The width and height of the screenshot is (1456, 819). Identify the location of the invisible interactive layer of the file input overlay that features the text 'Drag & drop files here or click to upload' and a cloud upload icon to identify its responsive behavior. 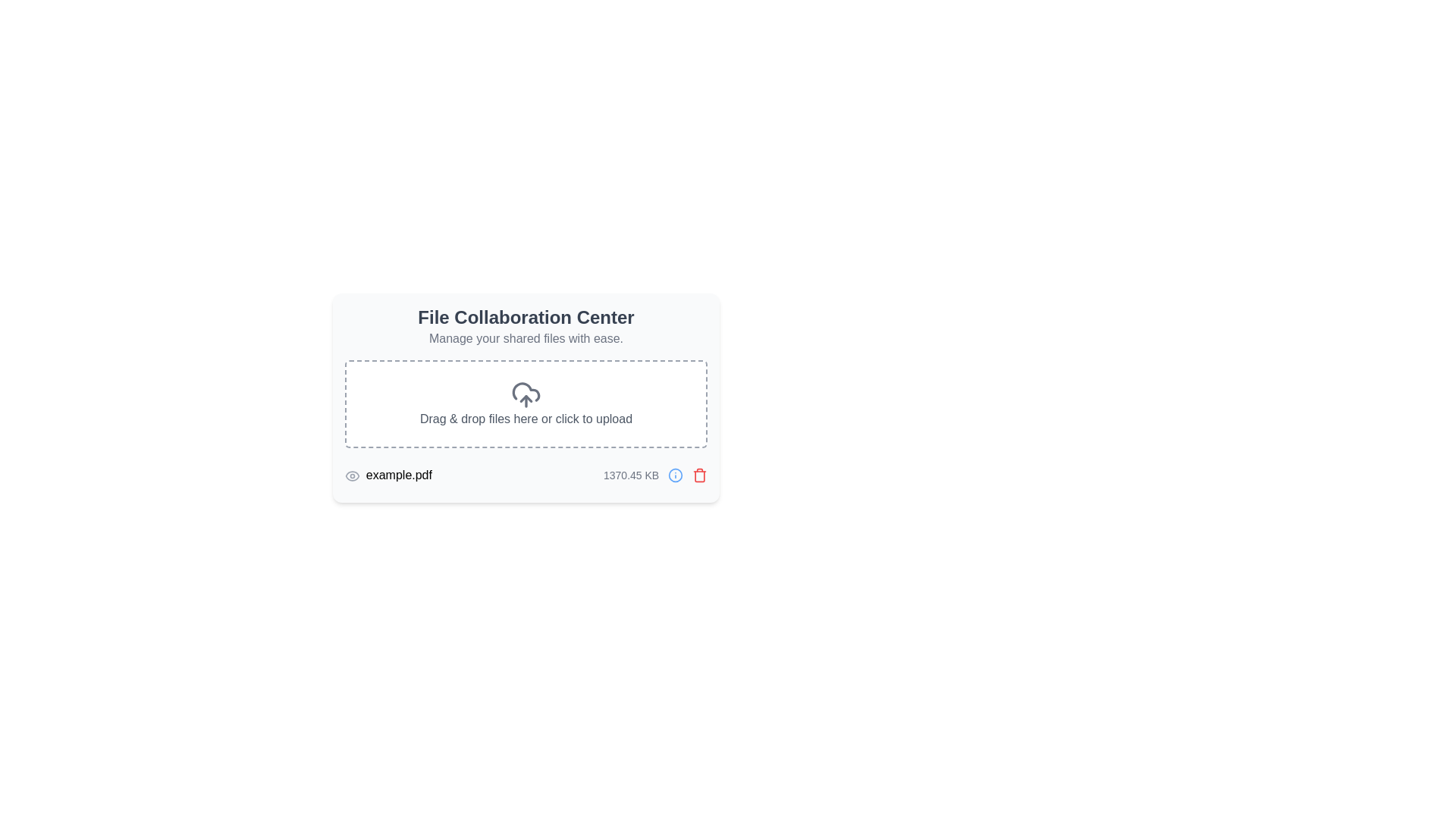
(526, 403).